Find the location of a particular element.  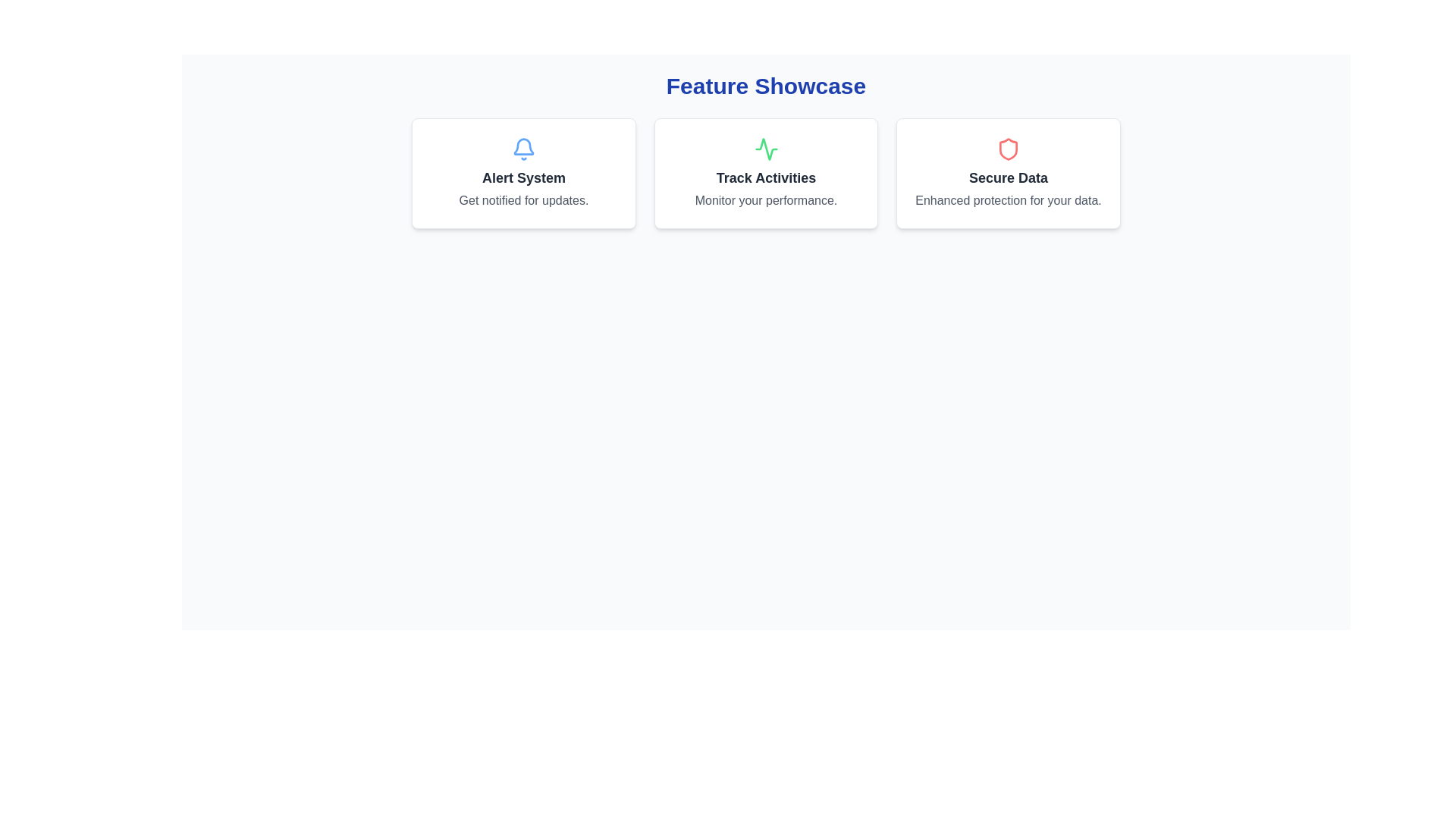

the non-interactive text label providing additional information about the 'Secure Data' feature, located centrally below the 'Secure Data' text in the third card from the left is located at coordinates (1008, 200).